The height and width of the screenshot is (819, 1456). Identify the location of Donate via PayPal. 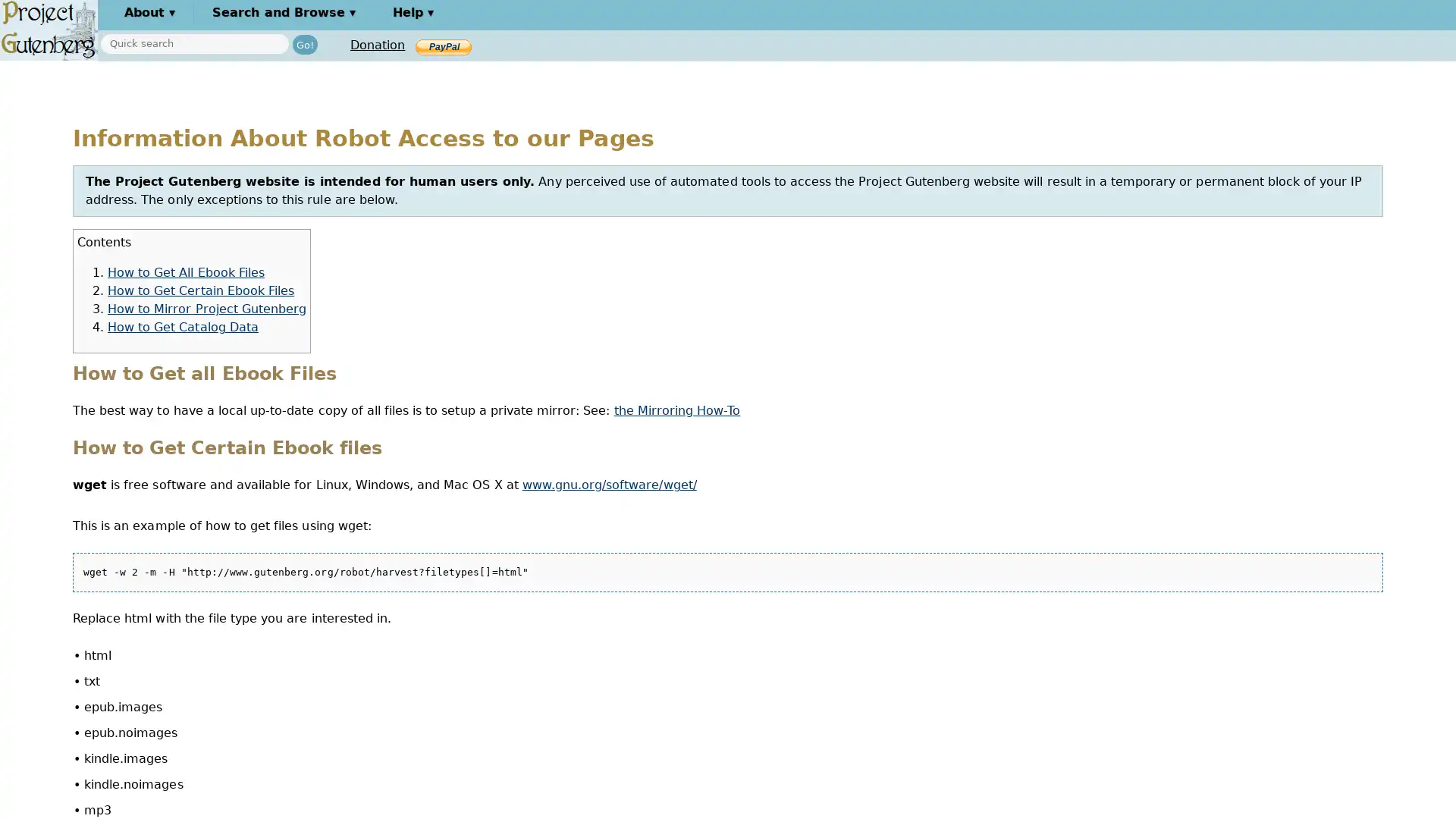
(443, 45).